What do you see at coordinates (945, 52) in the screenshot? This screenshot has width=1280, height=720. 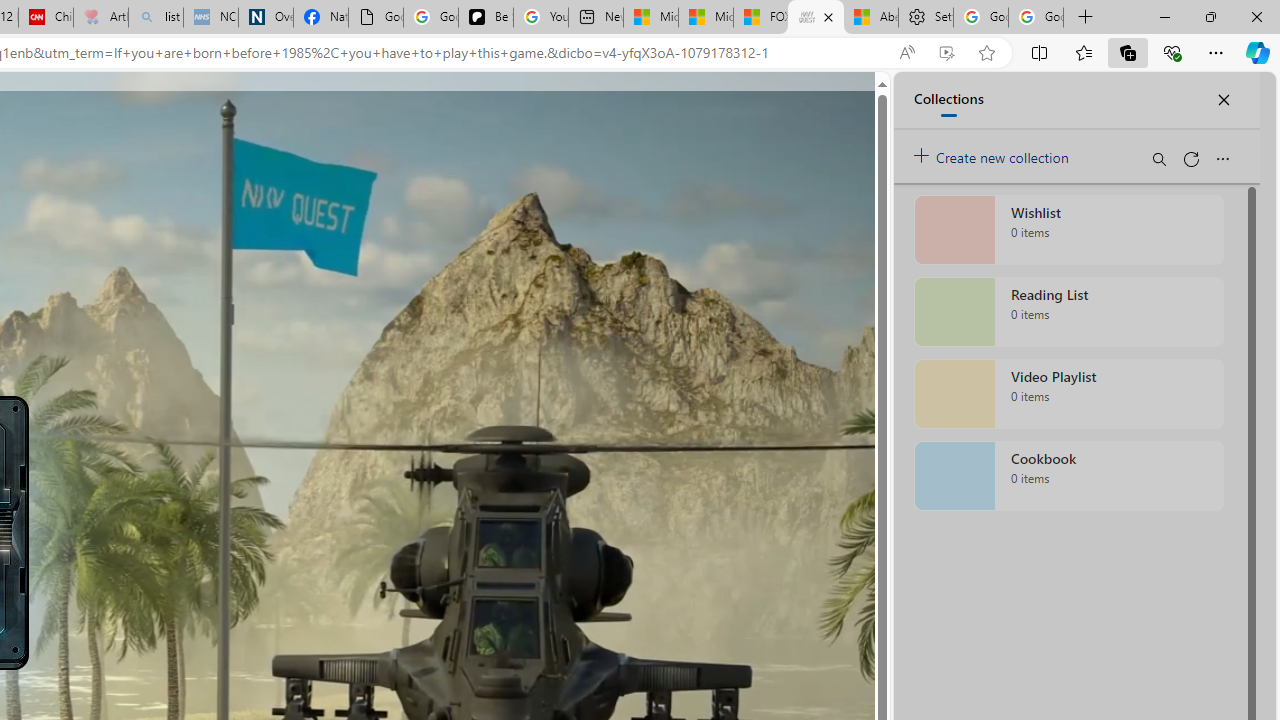 I see `'Enhance video'` at bounding box center [945, 52].